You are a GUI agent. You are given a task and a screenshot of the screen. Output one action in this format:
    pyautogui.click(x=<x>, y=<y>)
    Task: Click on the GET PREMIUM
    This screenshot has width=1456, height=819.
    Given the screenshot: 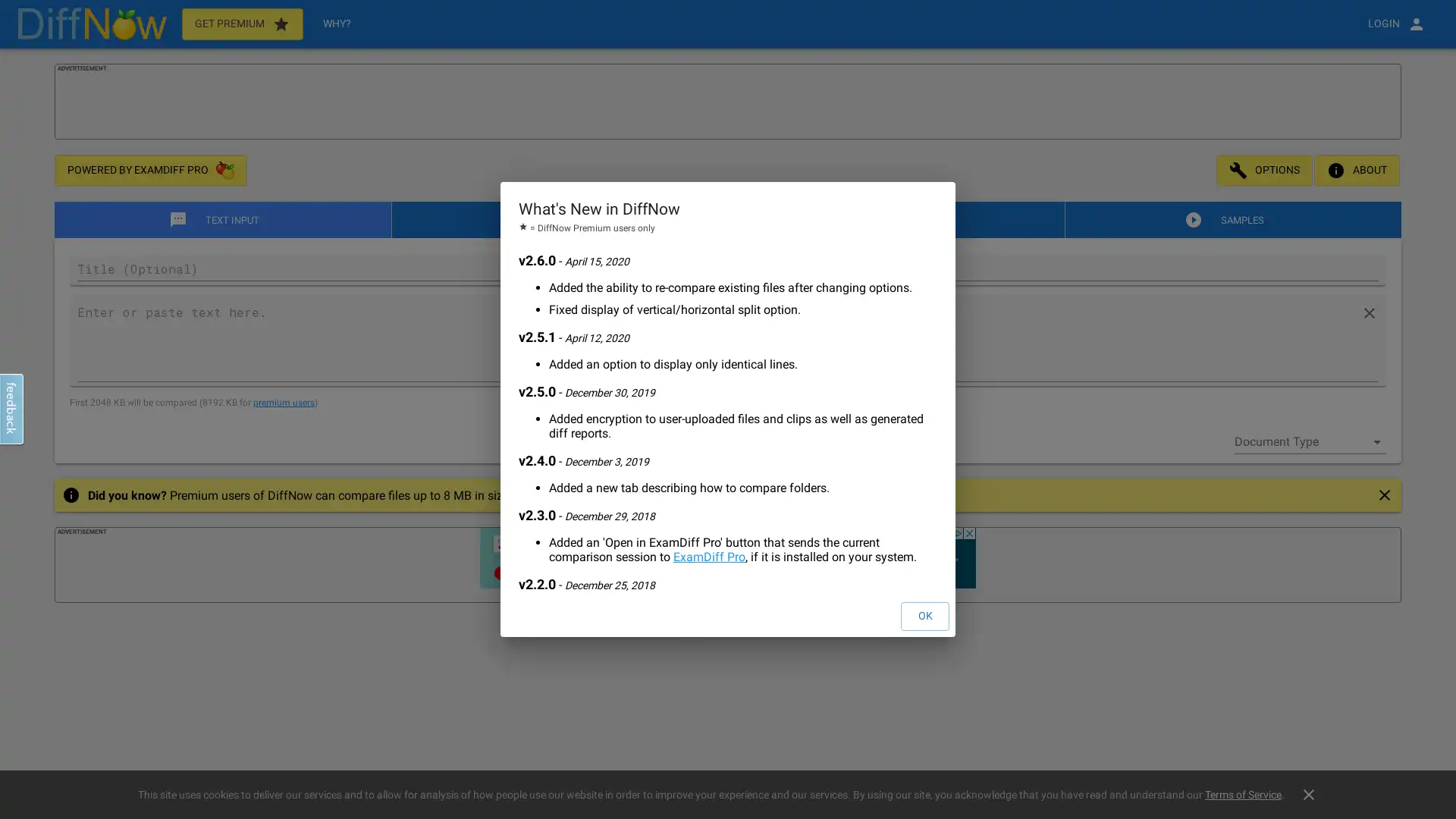 What is the action you would take?
    pyautogui.click(x=240, y=24)
    